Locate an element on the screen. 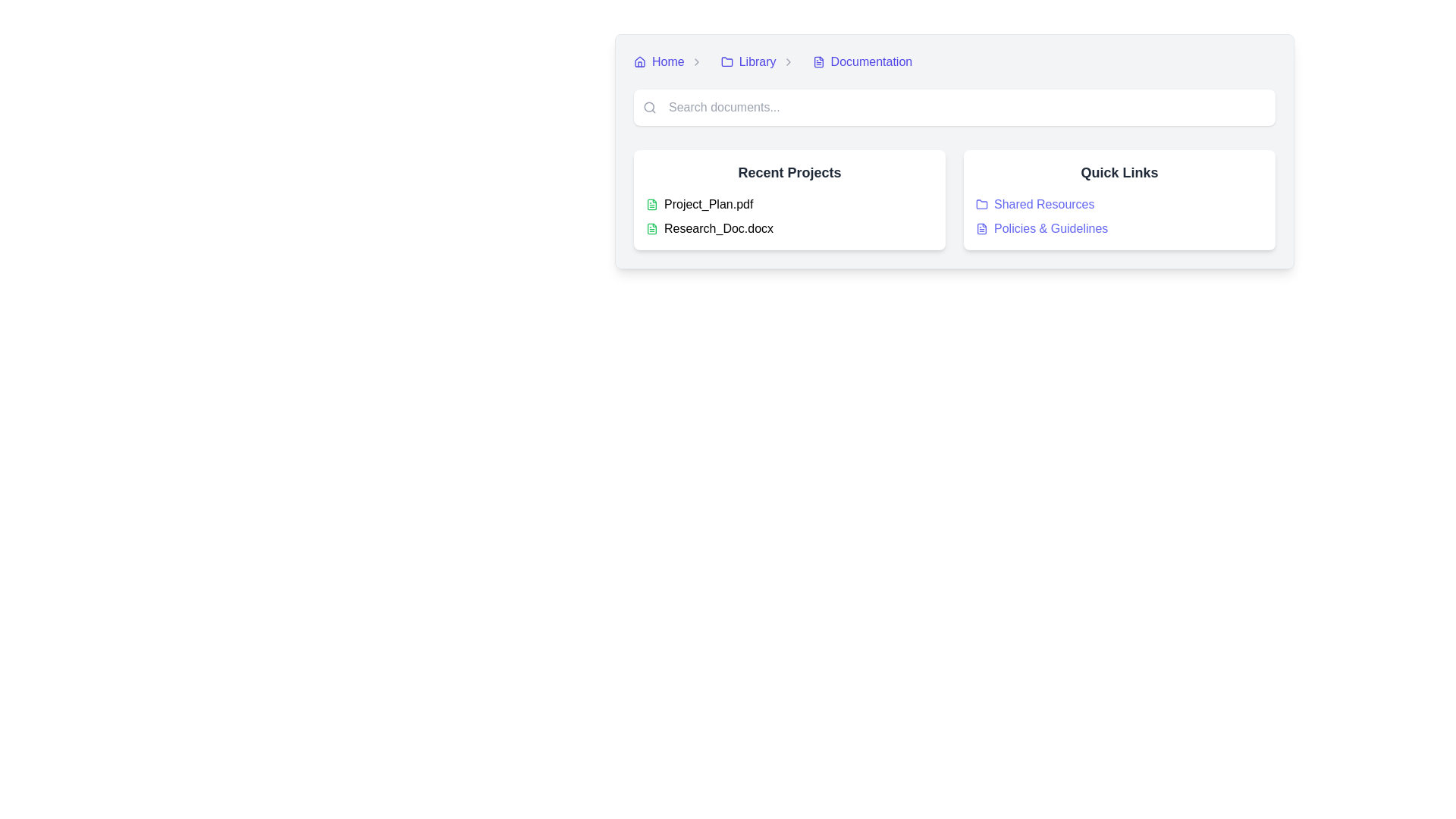  the SVG graphic icon indicating 'Policies & Guidelines' in the Quick Links section is located at coordinates (982, 228).